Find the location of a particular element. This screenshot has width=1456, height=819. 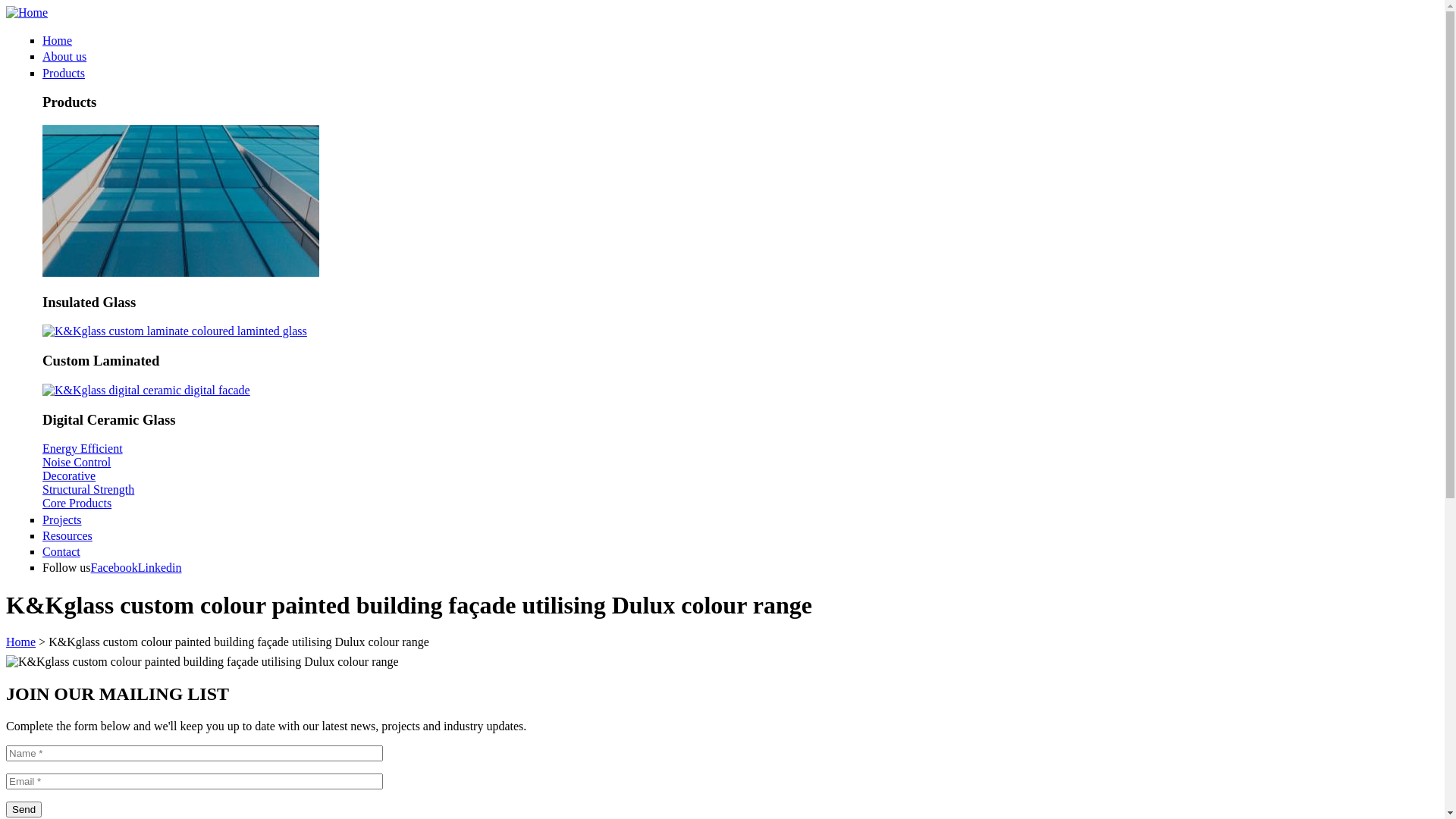

'Contact' is located at coordinates (61, 551).